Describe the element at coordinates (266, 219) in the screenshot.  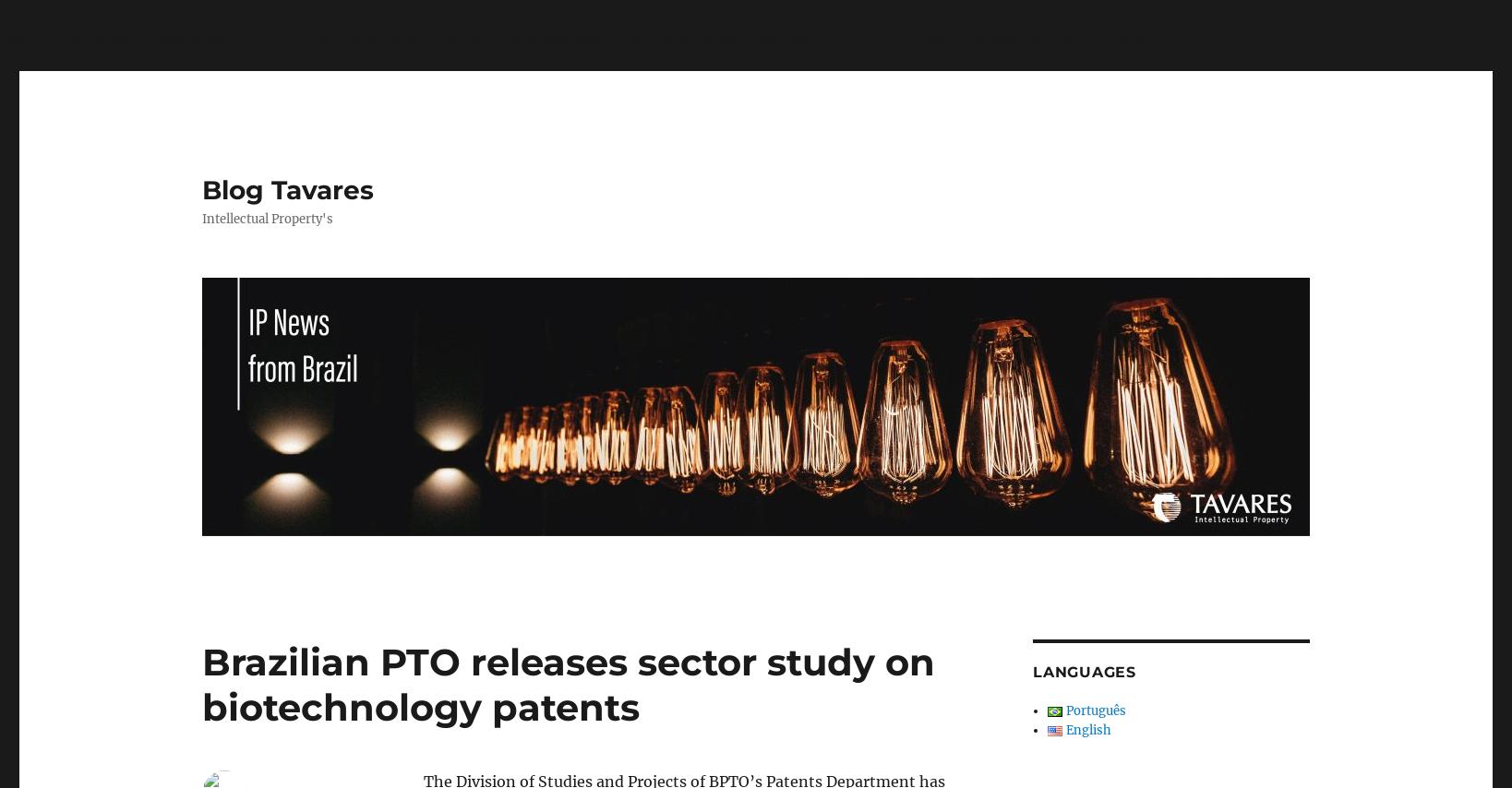
I see `'Intellectual Property's'` at that location.